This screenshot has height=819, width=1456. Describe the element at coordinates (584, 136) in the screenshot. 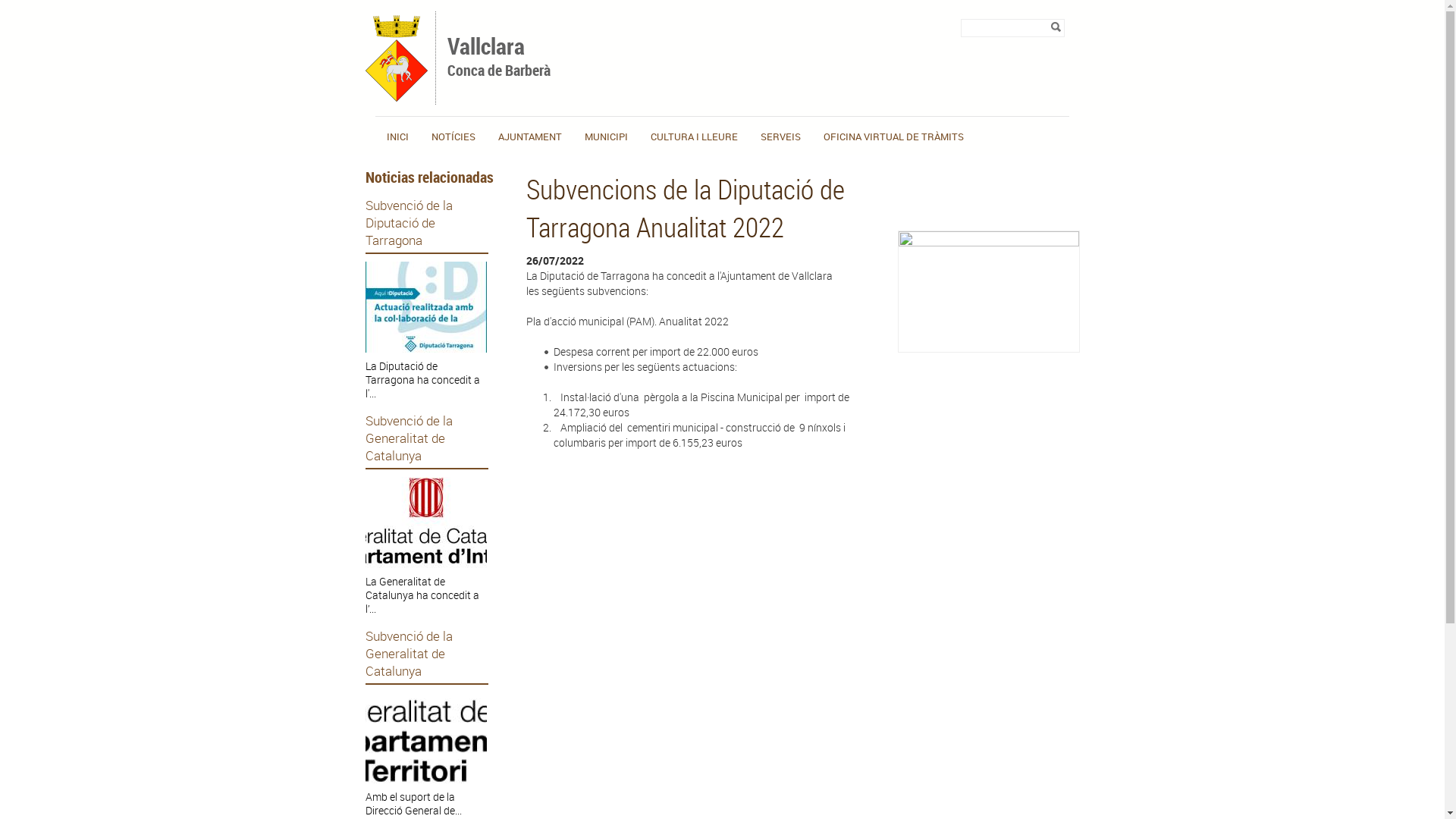

I see `'MUNICIPI'` at that location.